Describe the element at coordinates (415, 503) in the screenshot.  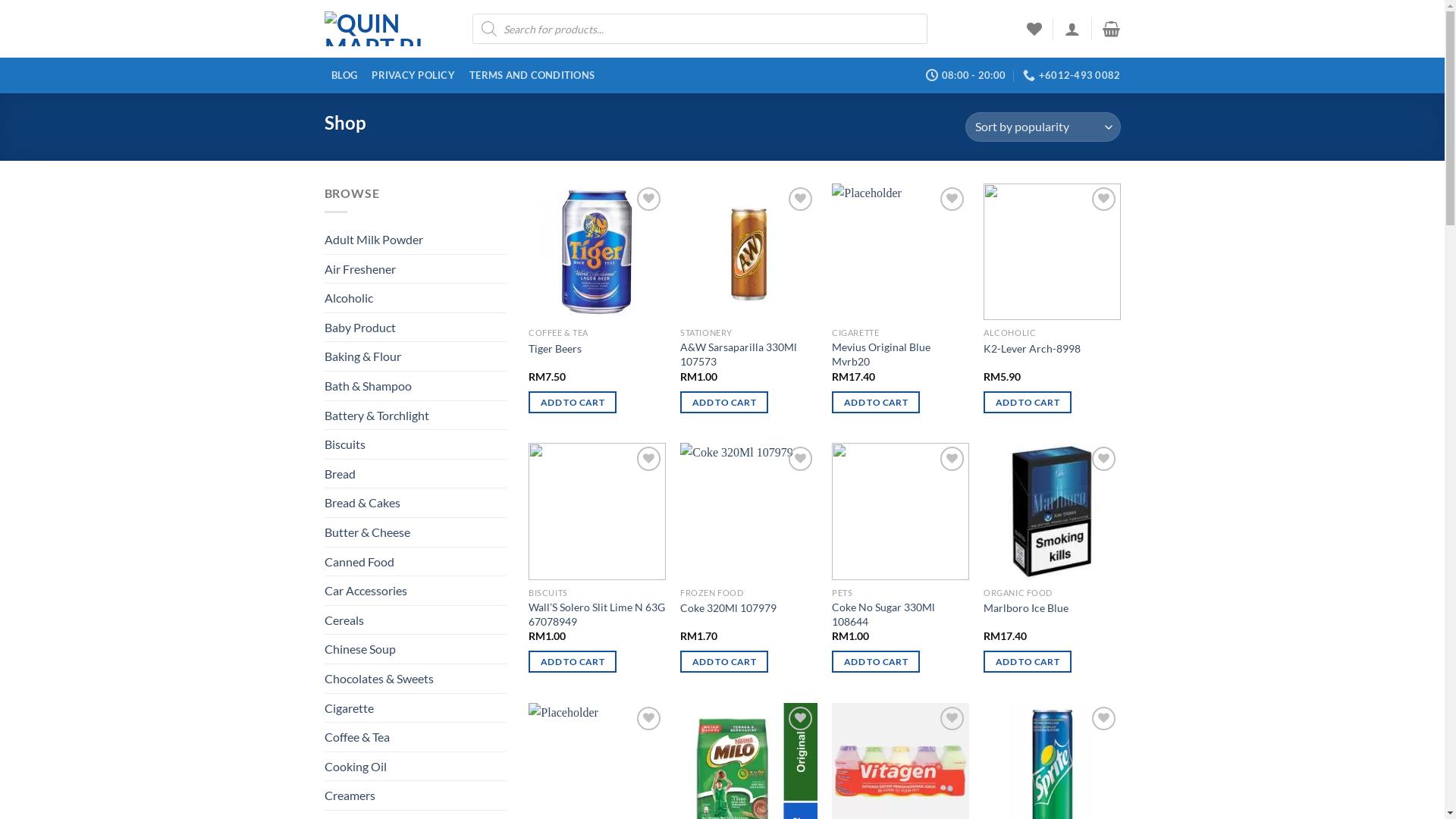
I see `'Bread & Cakes'` at that location.